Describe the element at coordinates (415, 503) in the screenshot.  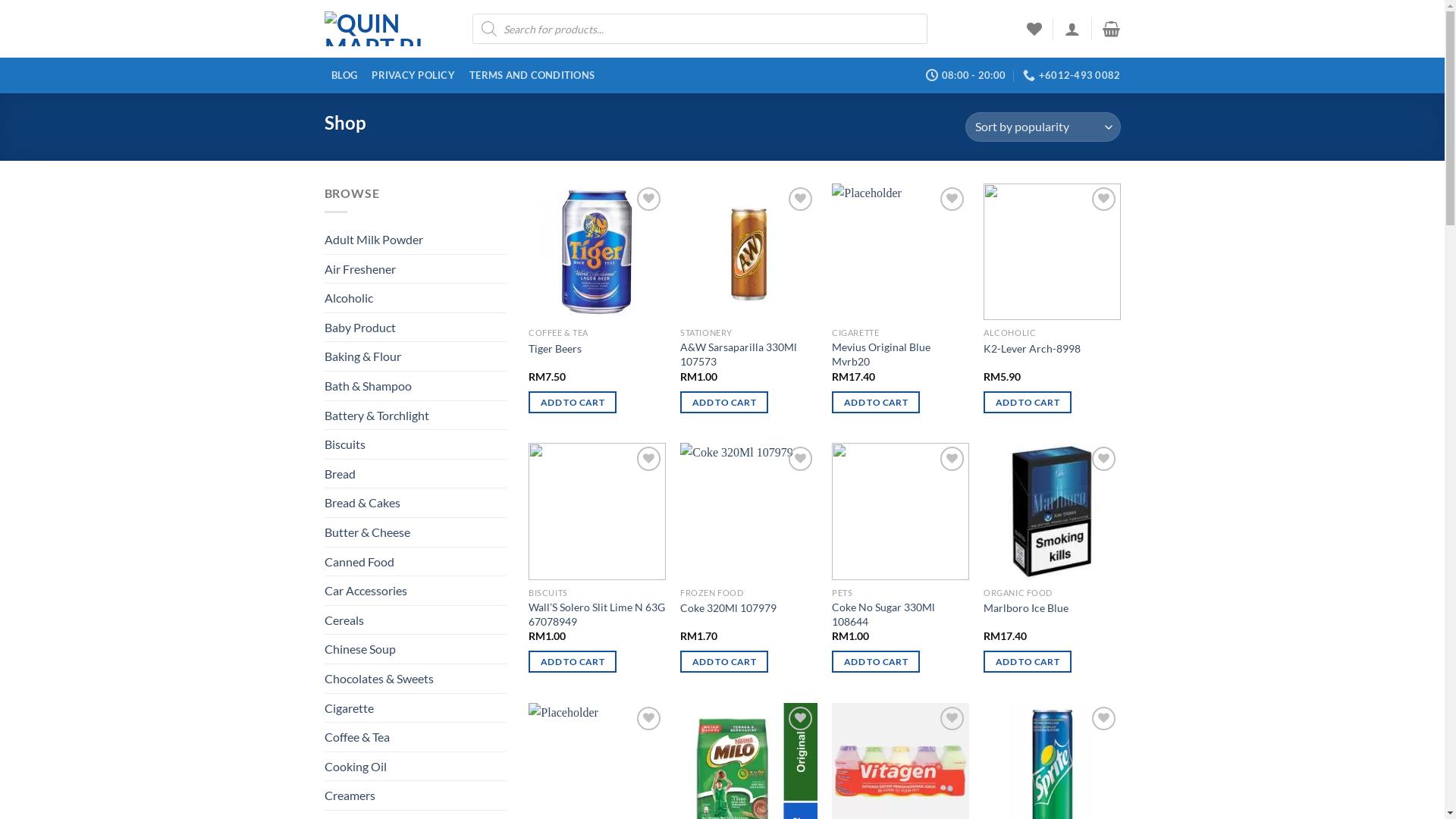
I see `'Bread & Cakes'` at that location.